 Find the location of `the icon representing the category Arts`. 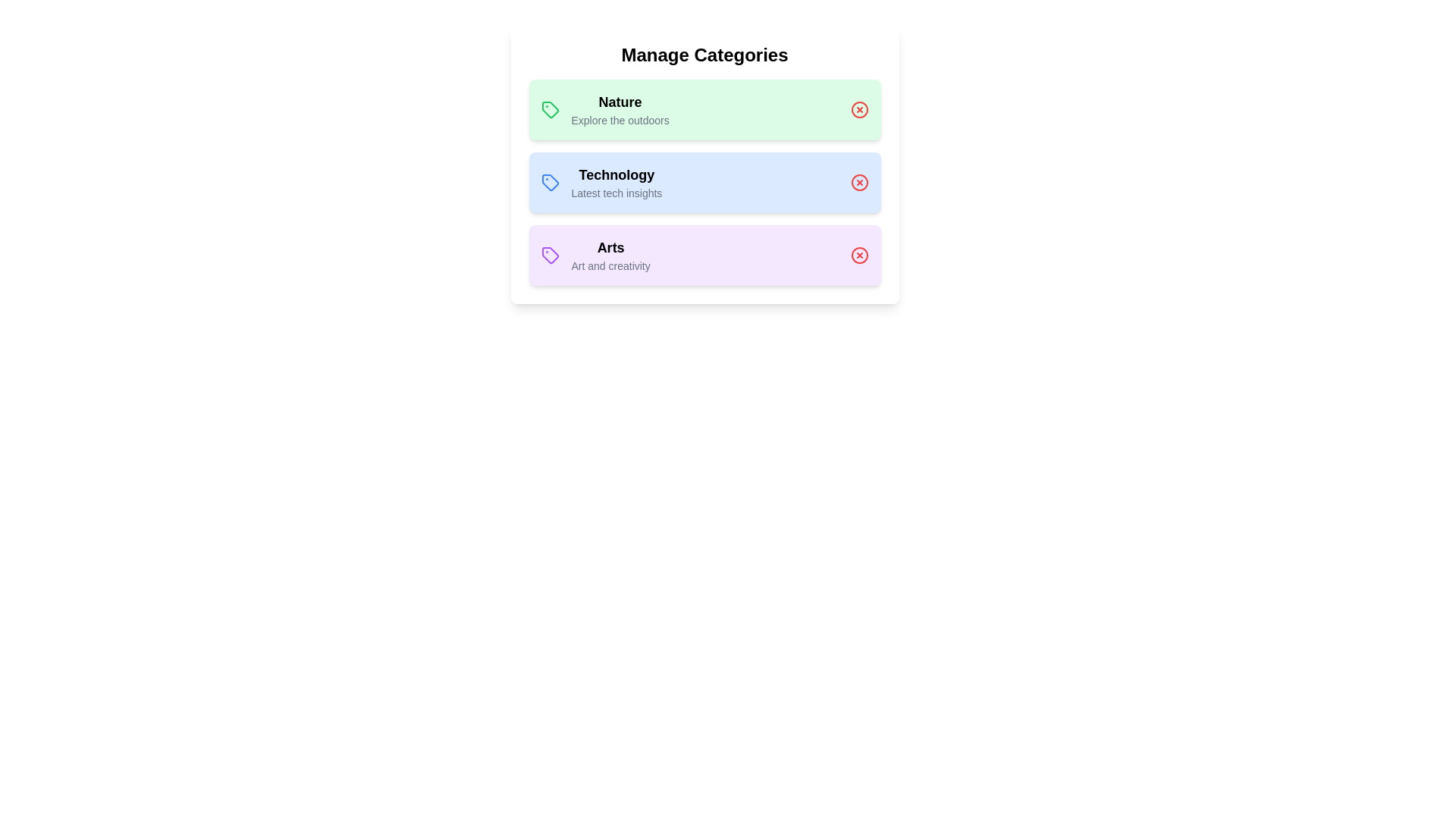

the icon representing the category Arts is located at coordinates (549, 254).